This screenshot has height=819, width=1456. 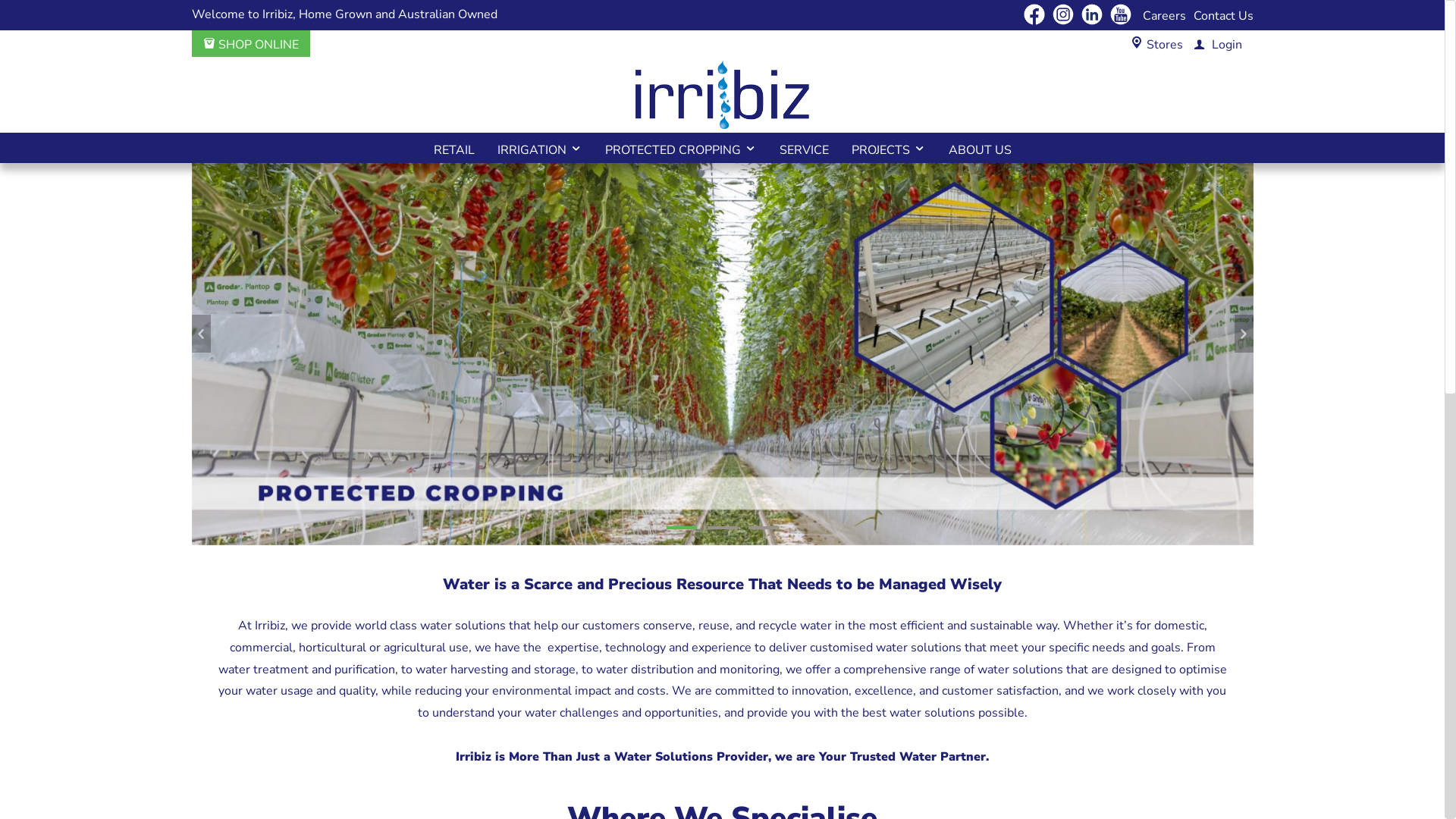 I want to click on 'ABOUT US', so click(x=937, y=148).